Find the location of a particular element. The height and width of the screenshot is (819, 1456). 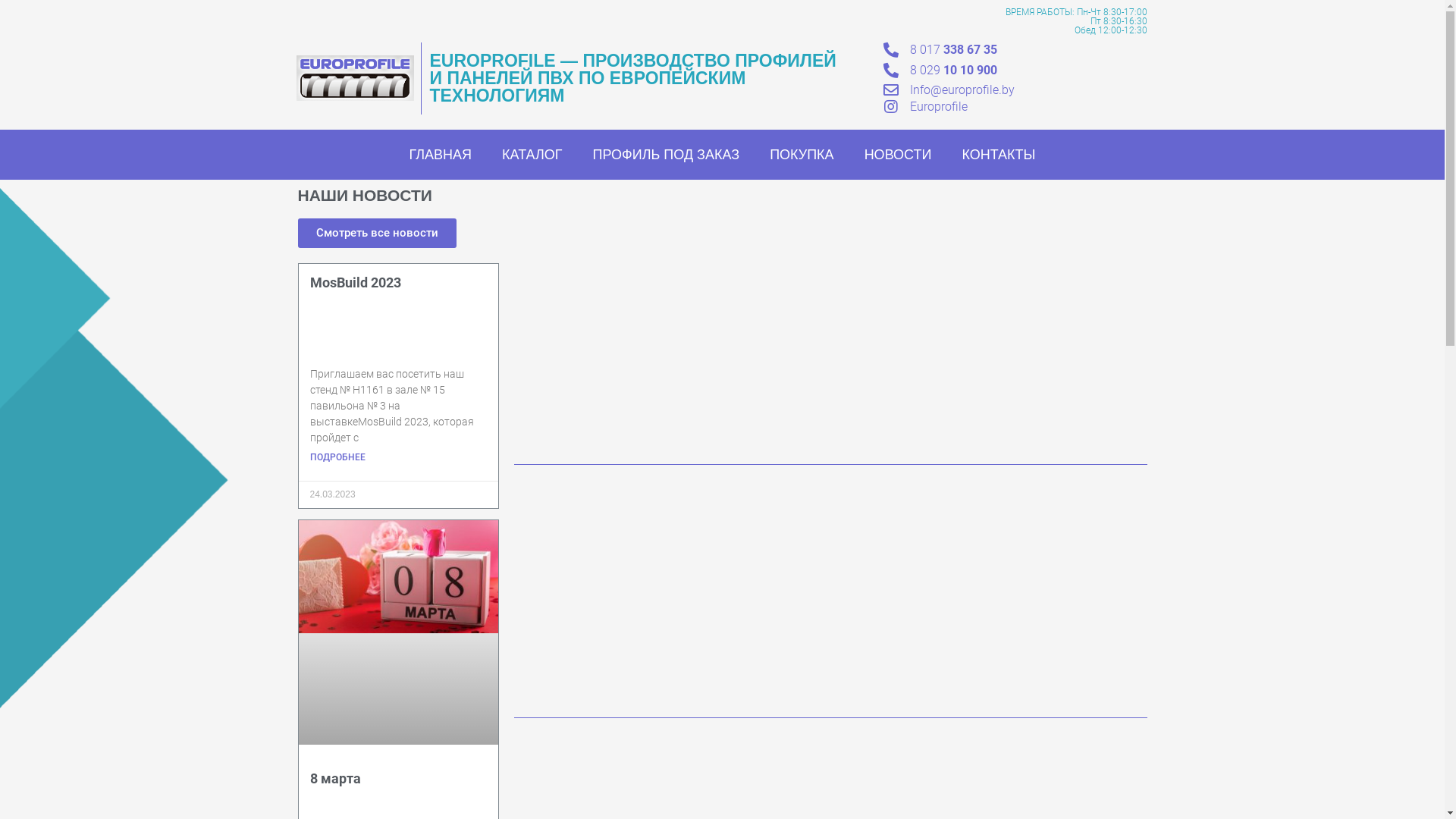

'MosBuild 2023' is located at coordinates (354, 282).